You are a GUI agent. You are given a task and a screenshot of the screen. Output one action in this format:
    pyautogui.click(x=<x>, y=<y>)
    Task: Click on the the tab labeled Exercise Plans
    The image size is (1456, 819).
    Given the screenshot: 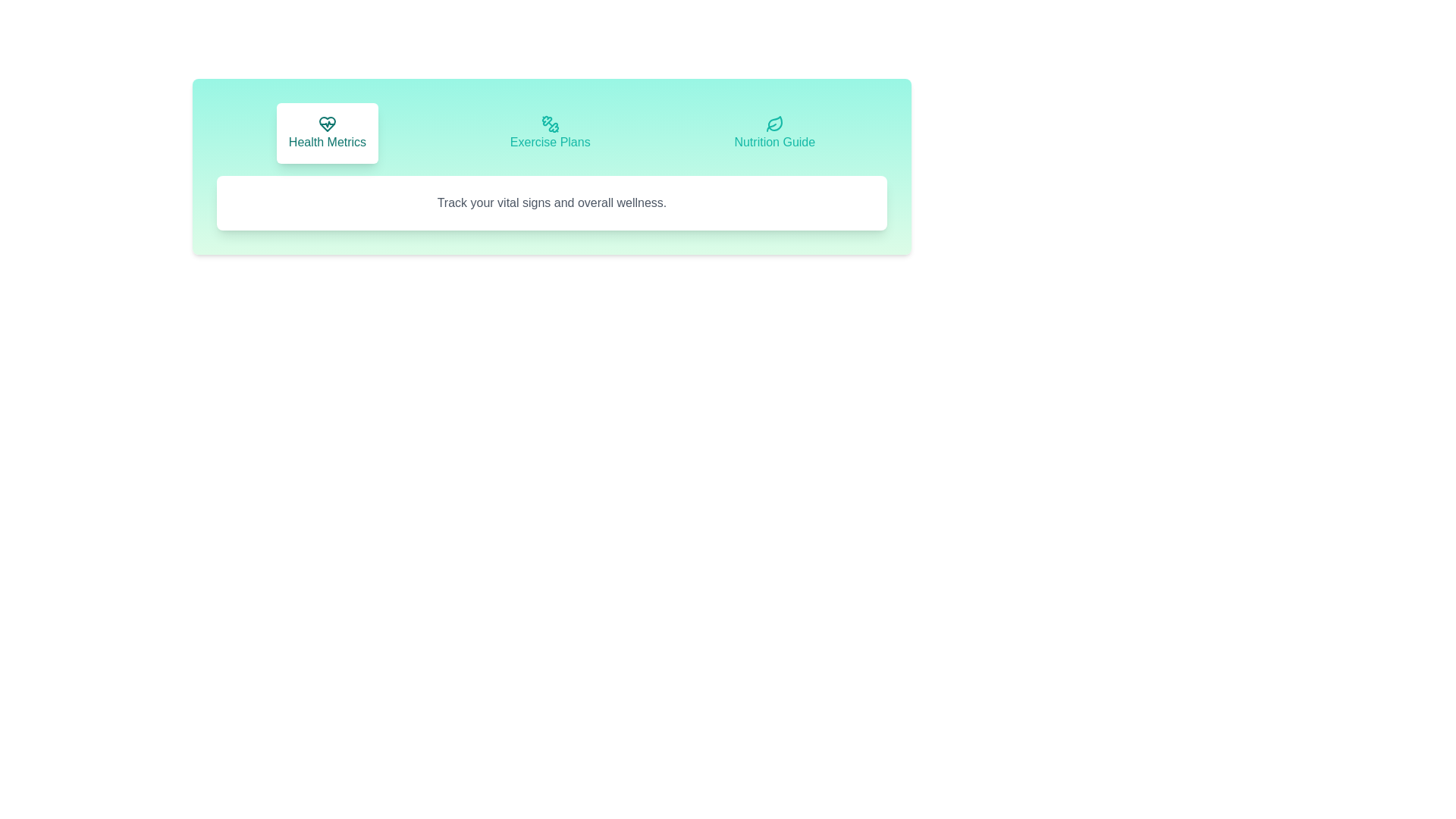 What is the action you would take?
    pyautogui.click(x=549, y=133)
    